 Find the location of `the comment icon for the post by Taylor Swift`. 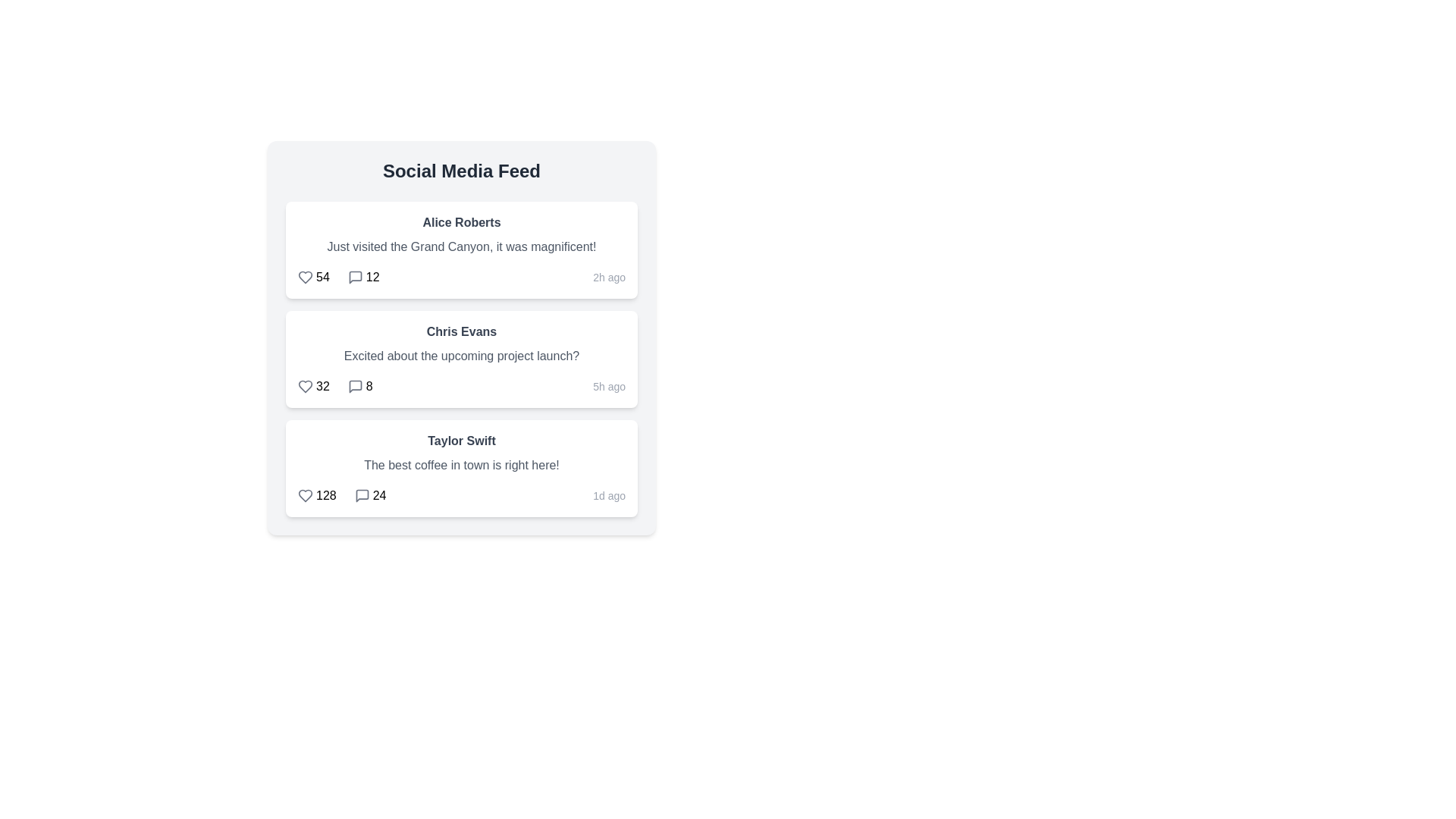

the comment icon for the post by Taylor Swift is located at coordinates (361, 496).